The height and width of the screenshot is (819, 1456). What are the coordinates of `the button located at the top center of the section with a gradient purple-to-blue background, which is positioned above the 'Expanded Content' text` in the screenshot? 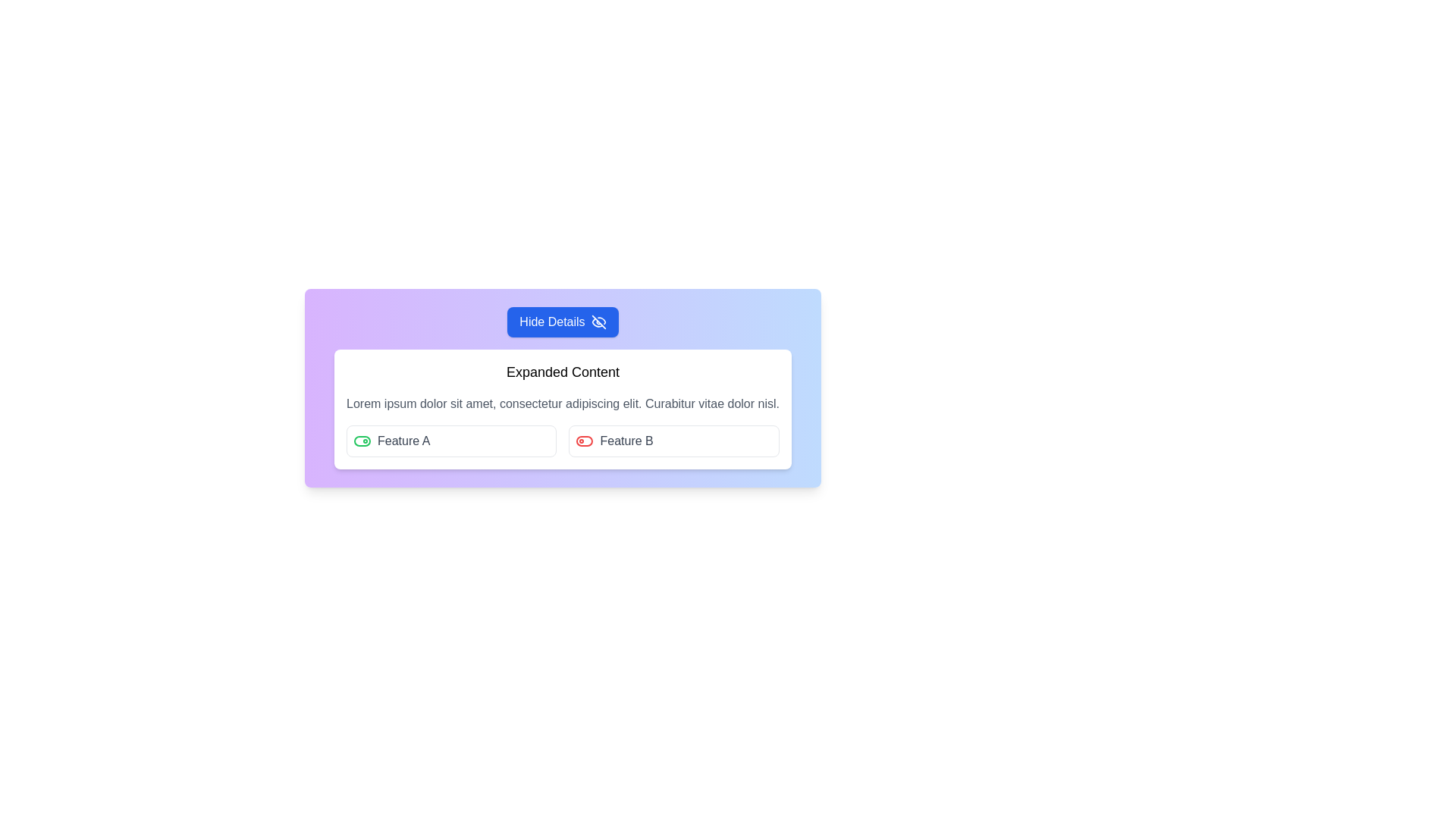 It's located at (562, 321).